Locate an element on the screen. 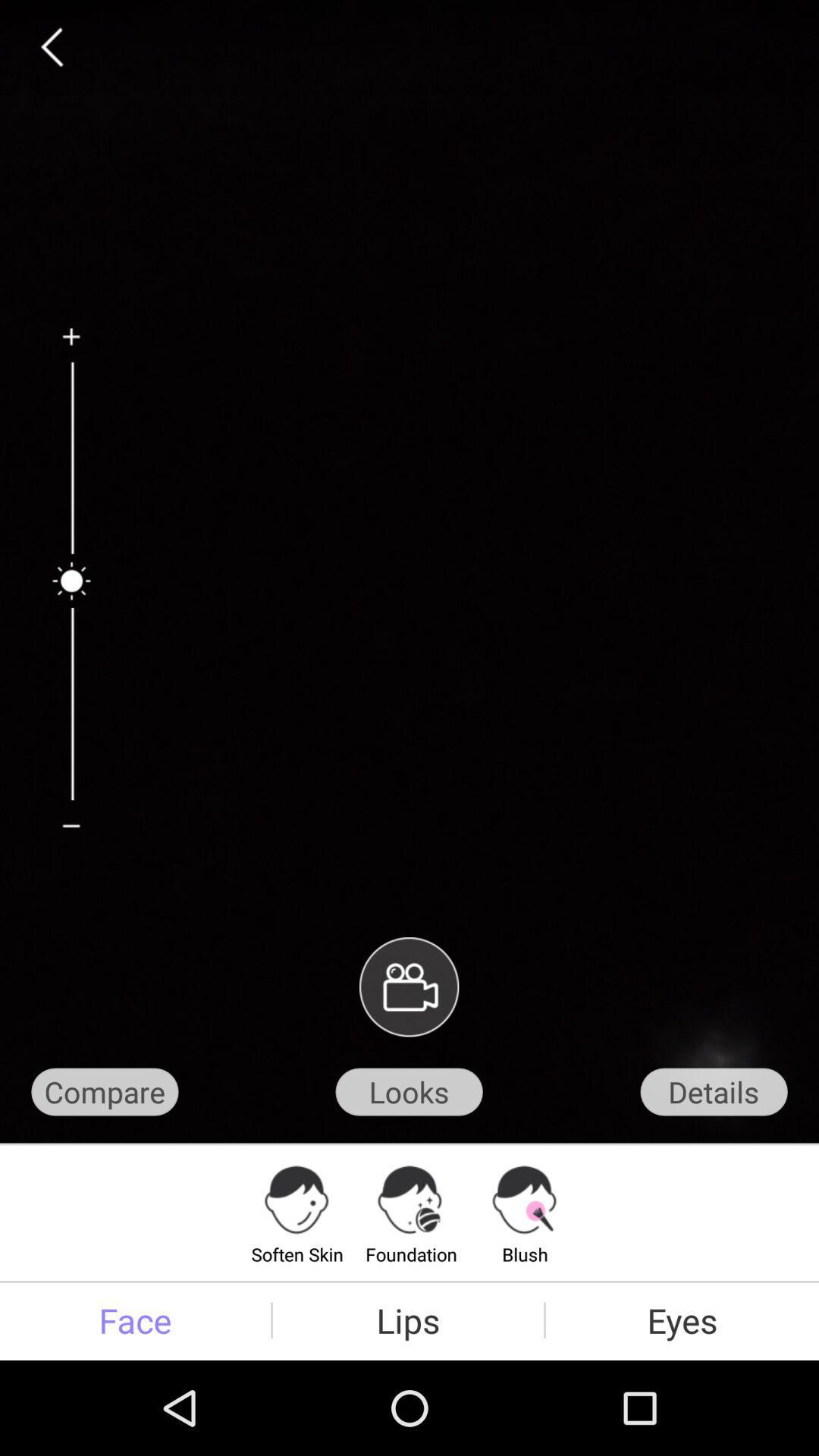 This screenshot has width=819, height=1456. the option soften skin is located at coordinates (297, 1211).